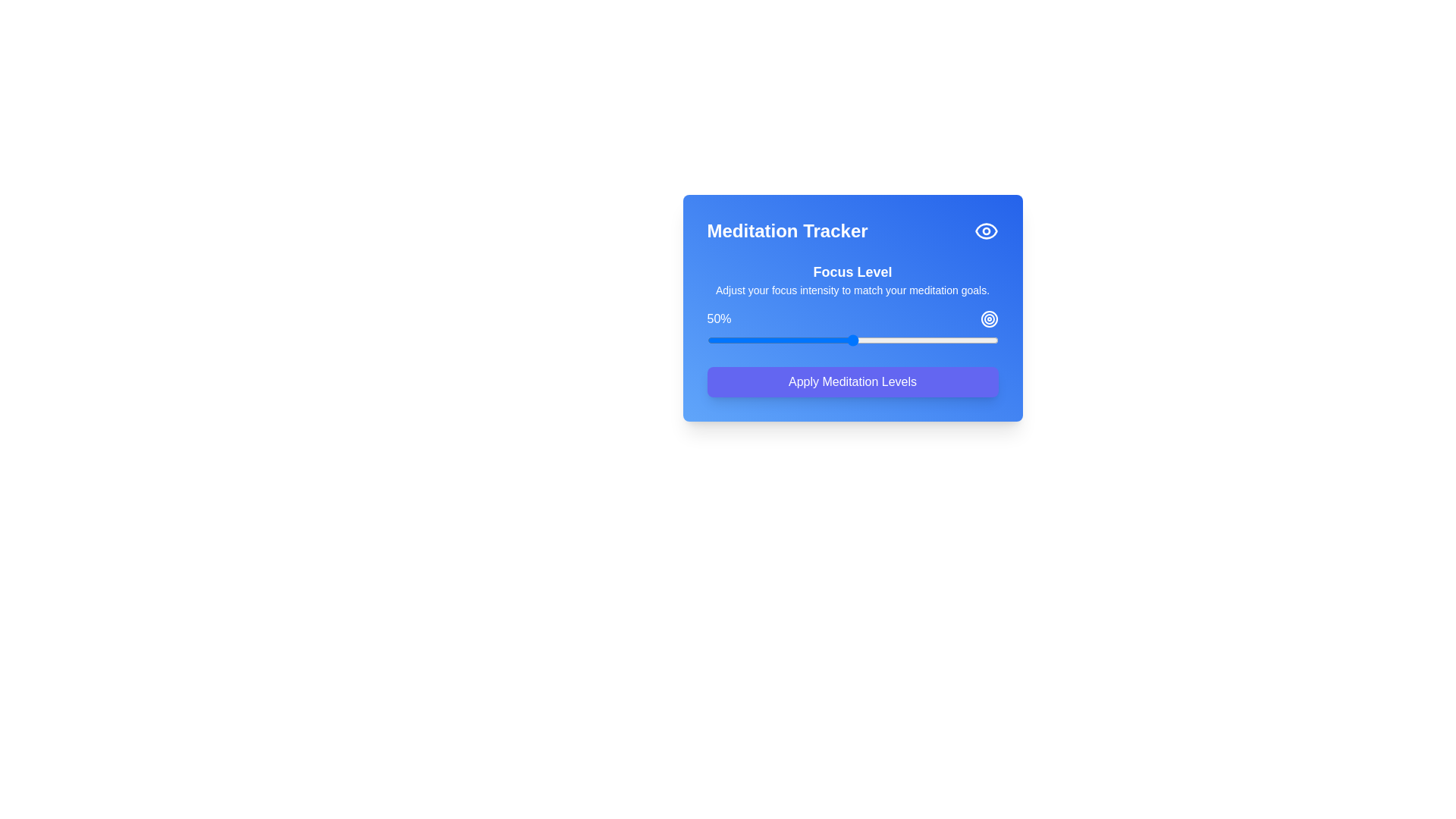 Image resolution: width=1456 pixels, height=819 pixels. I want to click on the focus level, so click(934, 339).